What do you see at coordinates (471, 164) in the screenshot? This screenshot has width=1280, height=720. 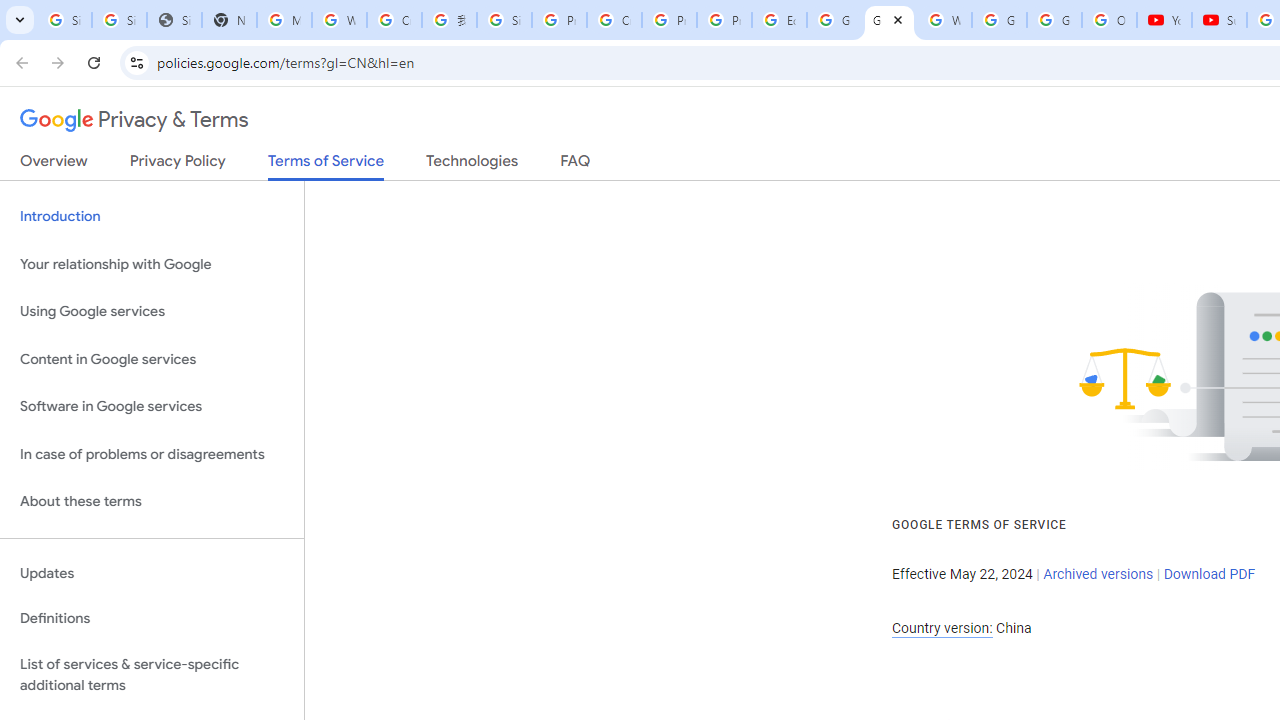 I see `'Technologies'` at bounding box center [471, 164].